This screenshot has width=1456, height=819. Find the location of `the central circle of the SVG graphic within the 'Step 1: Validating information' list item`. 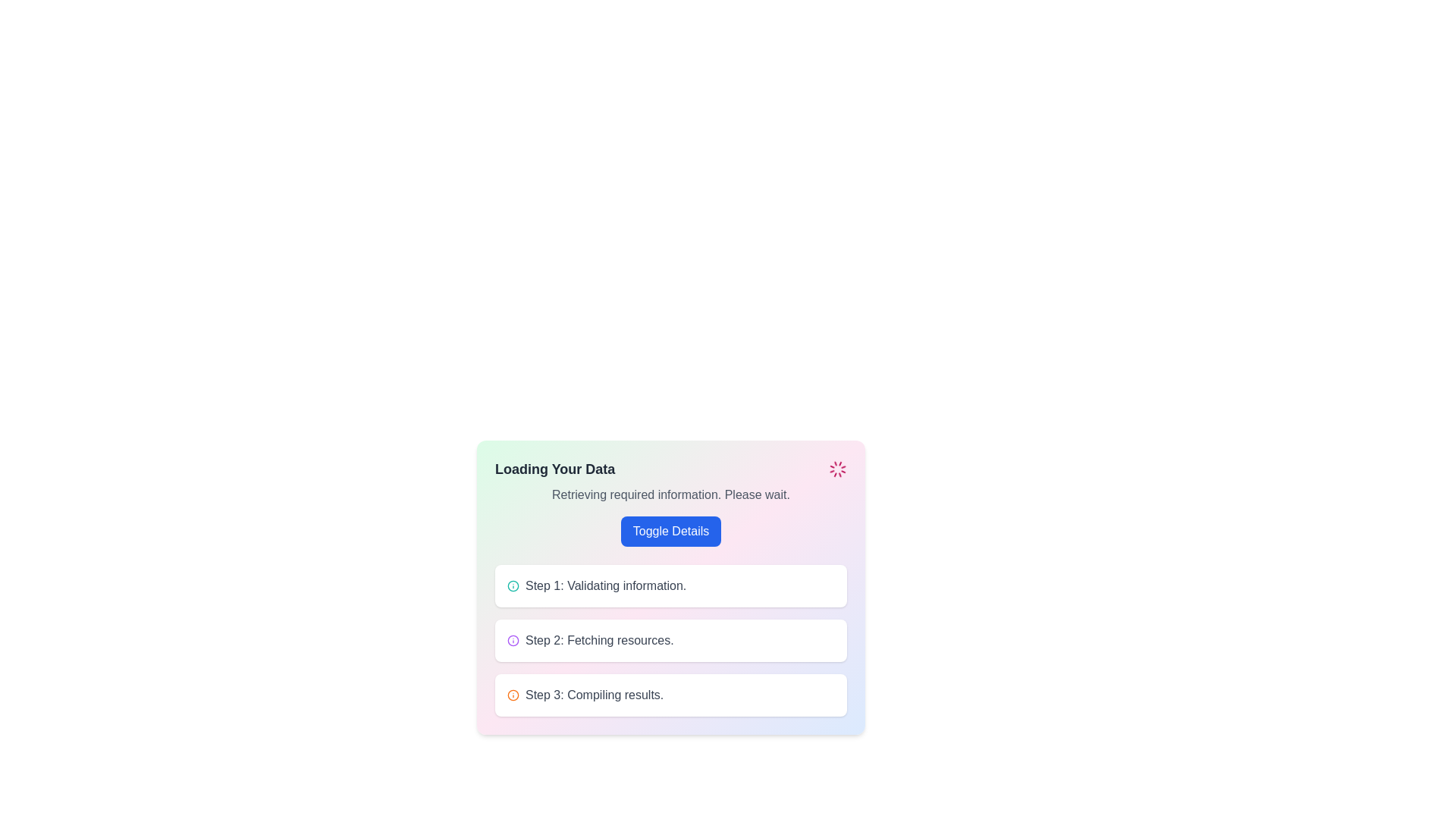

the central circle of the SVG graphic within the 'Step 1: Validating information' list item is located at coordinates (513, 695).